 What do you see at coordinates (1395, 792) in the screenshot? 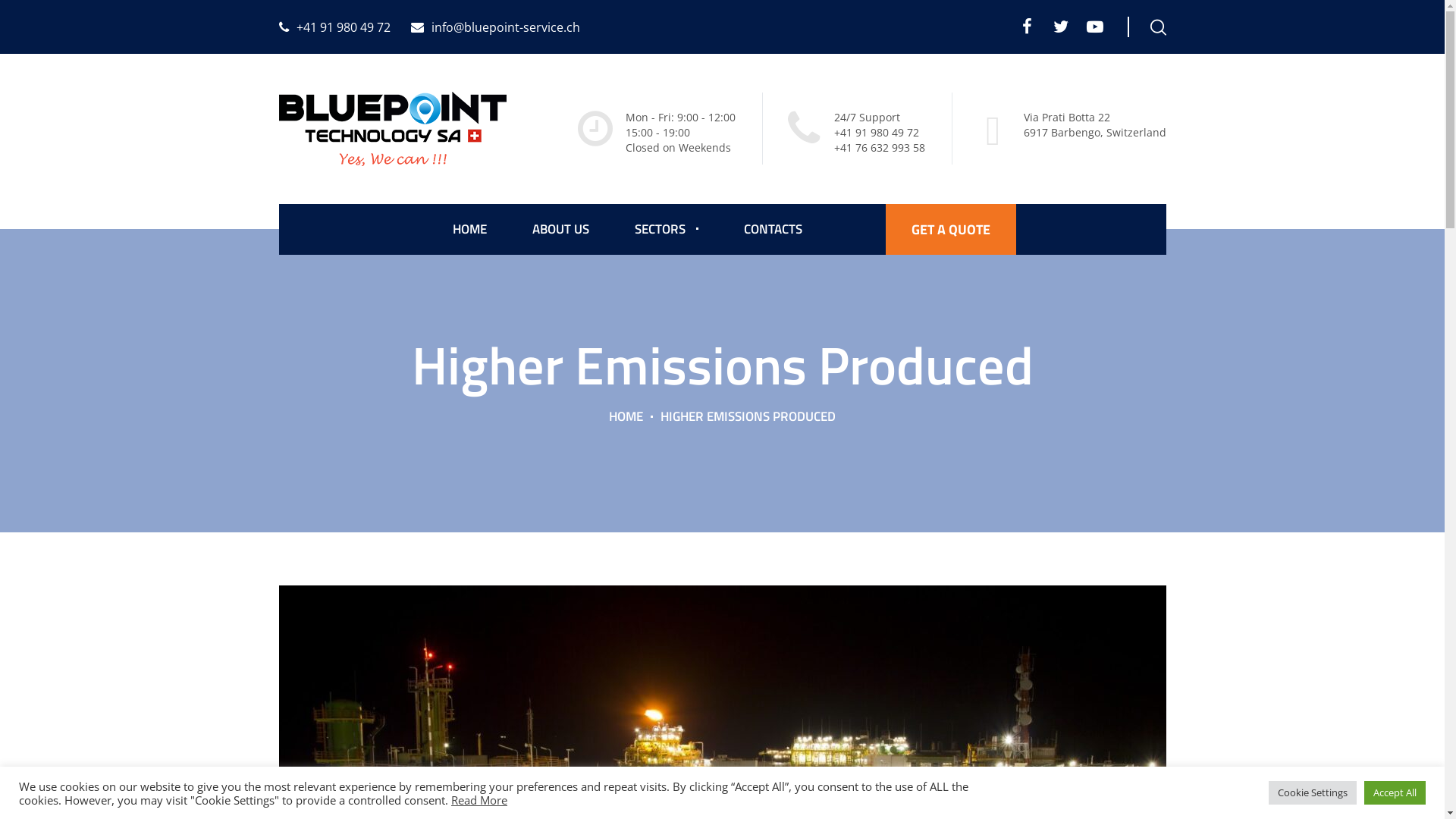
I see `'Accept All'` at bounding box center [1395, 792].